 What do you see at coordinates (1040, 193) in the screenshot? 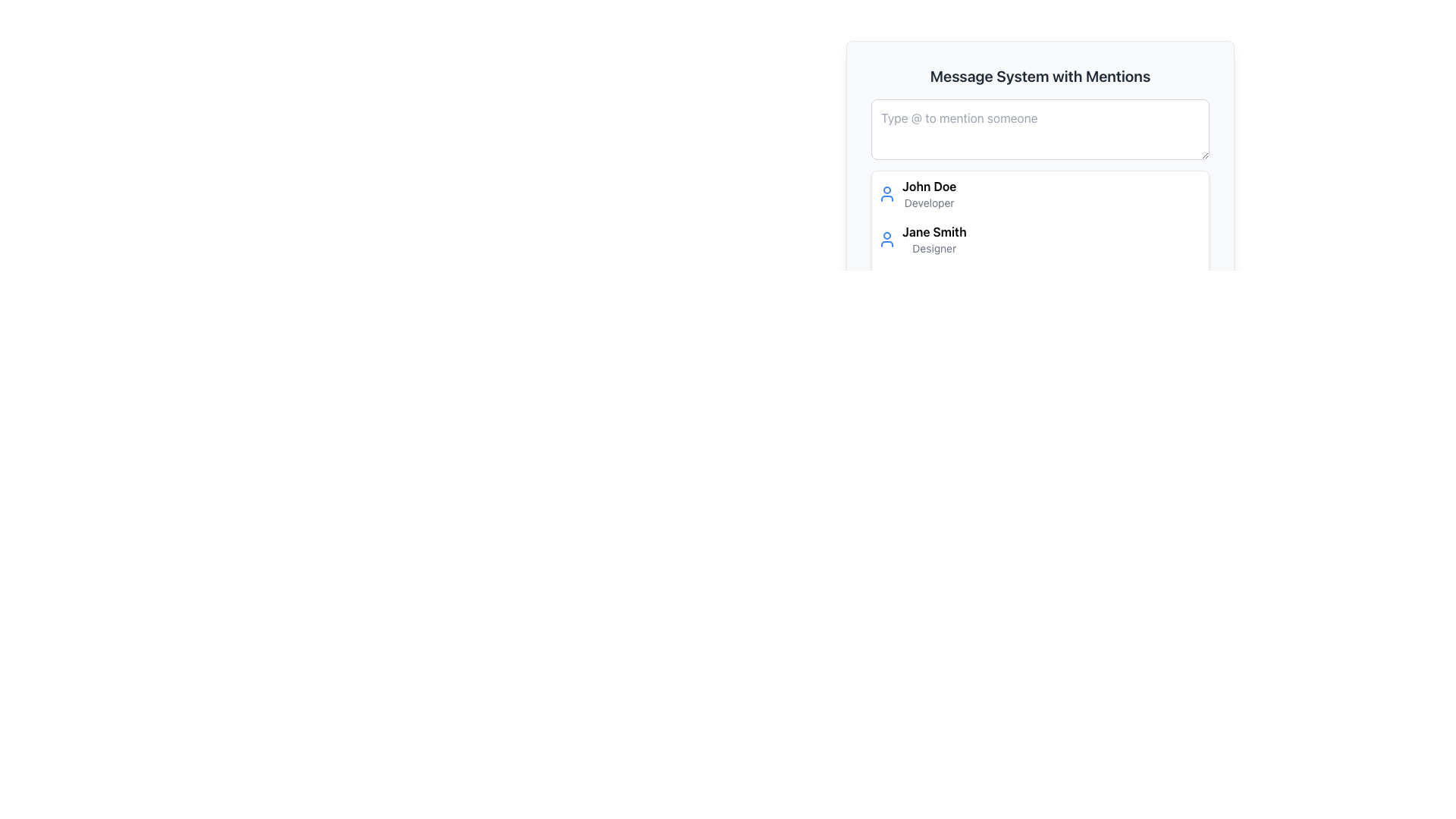
I see `the first user entry in the selection menu located below the search bar` at bounding box center [1040, 193].